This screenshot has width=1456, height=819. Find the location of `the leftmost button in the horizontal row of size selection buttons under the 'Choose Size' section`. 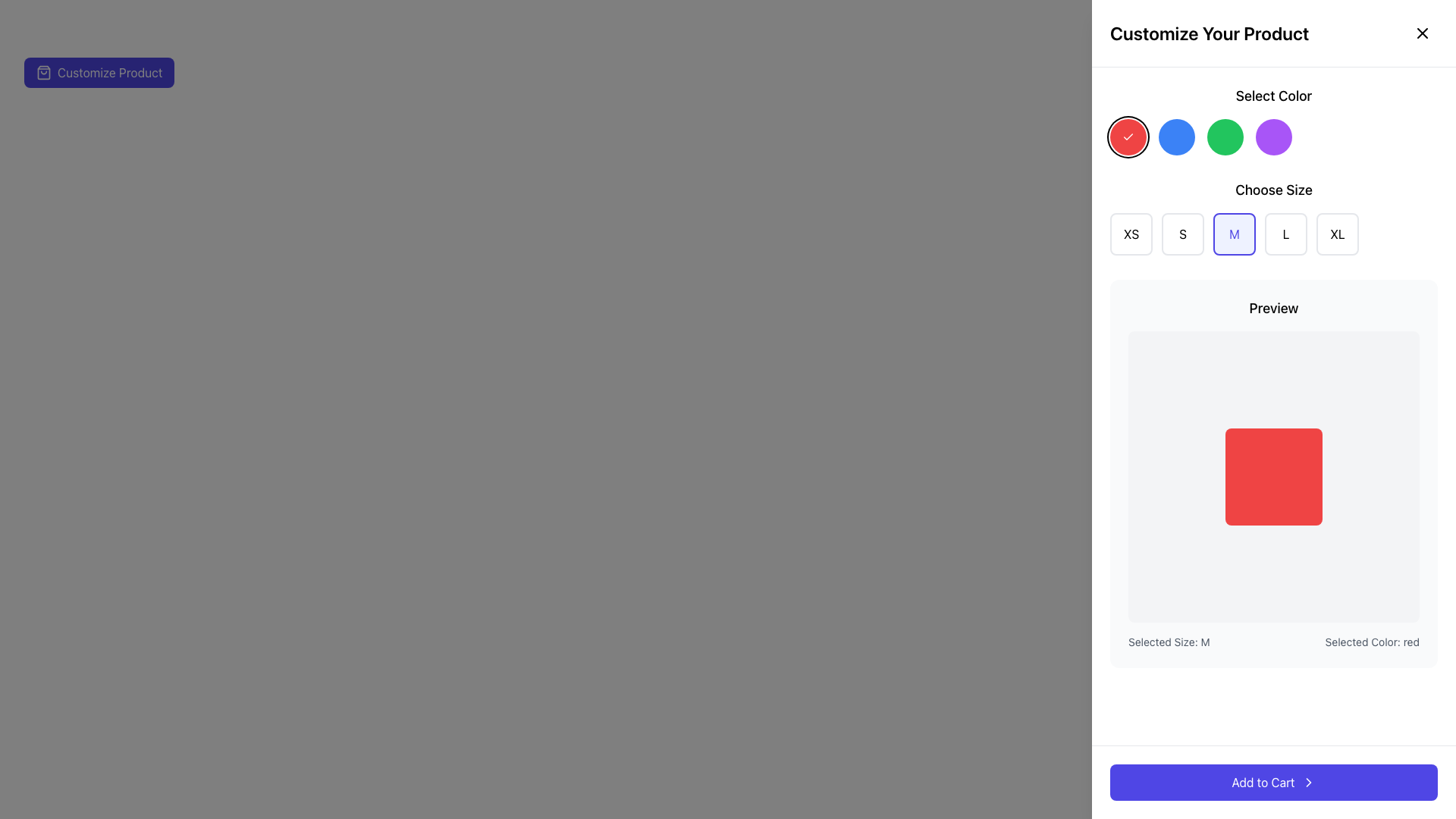

the leftmost button in the horizontal row of size selection buttons under the 'Choose Size' section is located at coordinates (1131, 234).